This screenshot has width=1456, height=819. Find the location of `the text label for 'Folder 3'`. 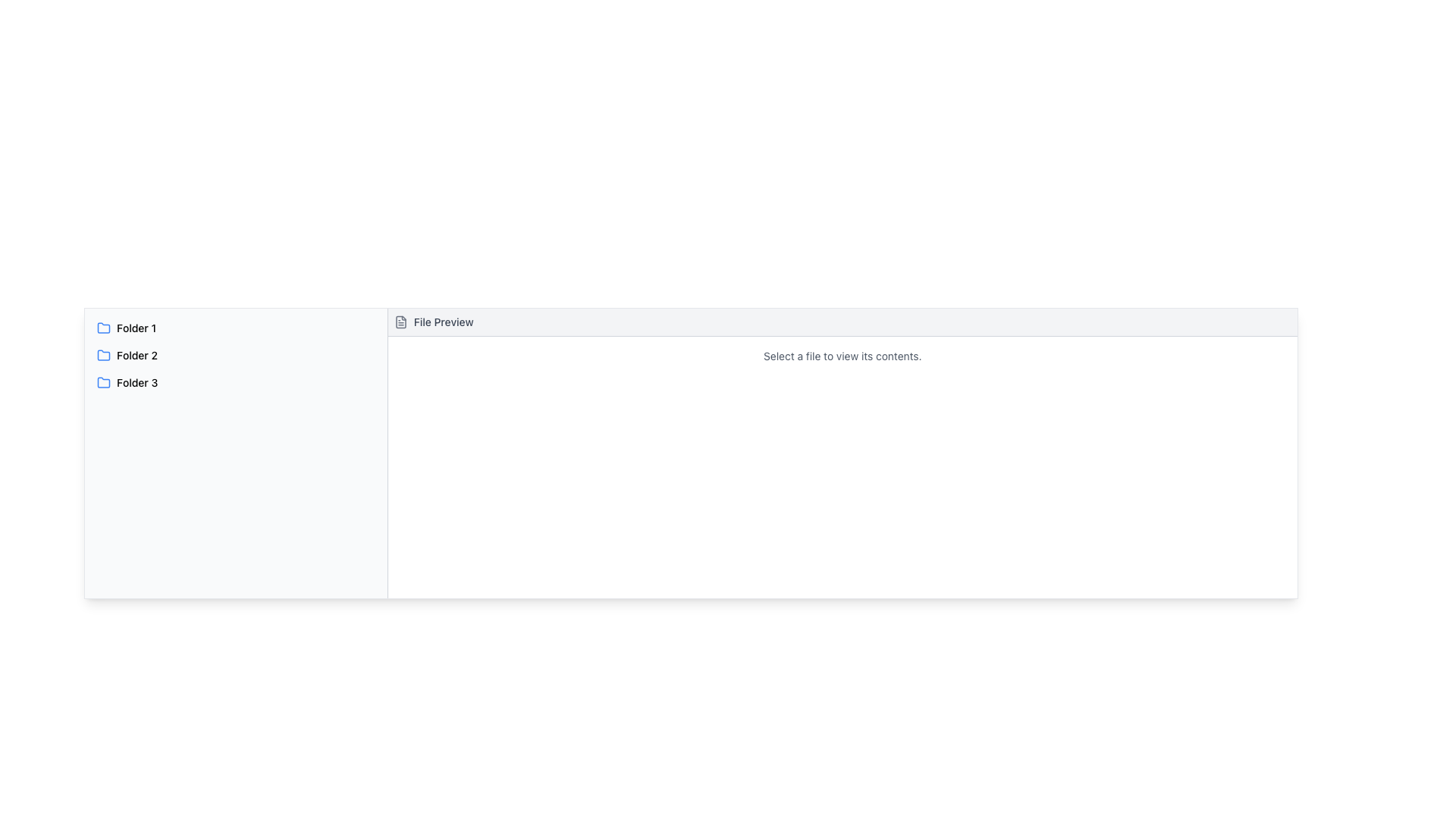

the text label for 'Folder 3' is located at coordinates (137, 382).